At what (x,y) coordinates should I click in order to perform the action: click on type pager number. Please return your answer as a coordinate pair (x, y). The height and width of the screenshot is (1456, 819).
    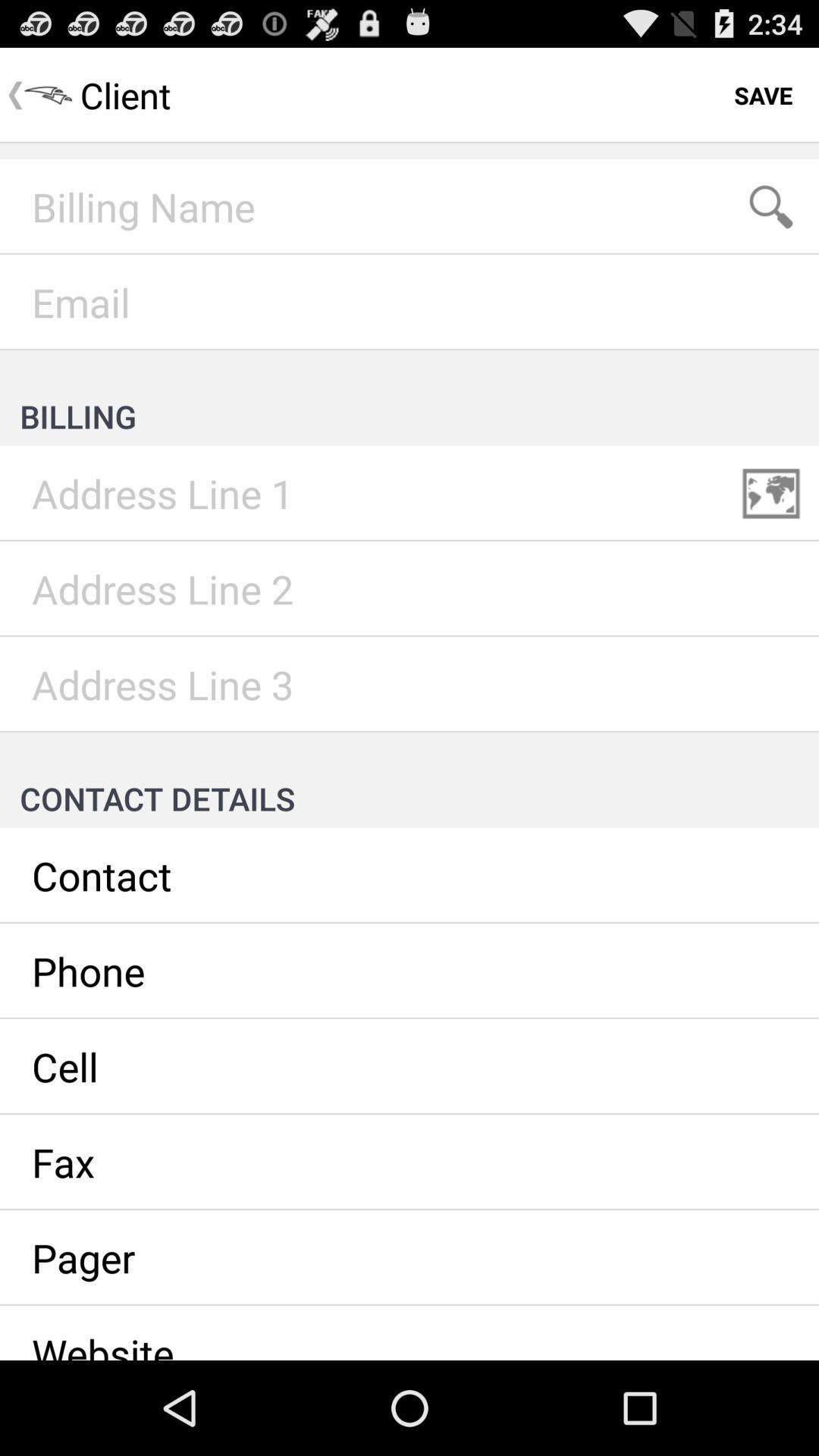
    Looking at the image, I should click on (409, 1258).